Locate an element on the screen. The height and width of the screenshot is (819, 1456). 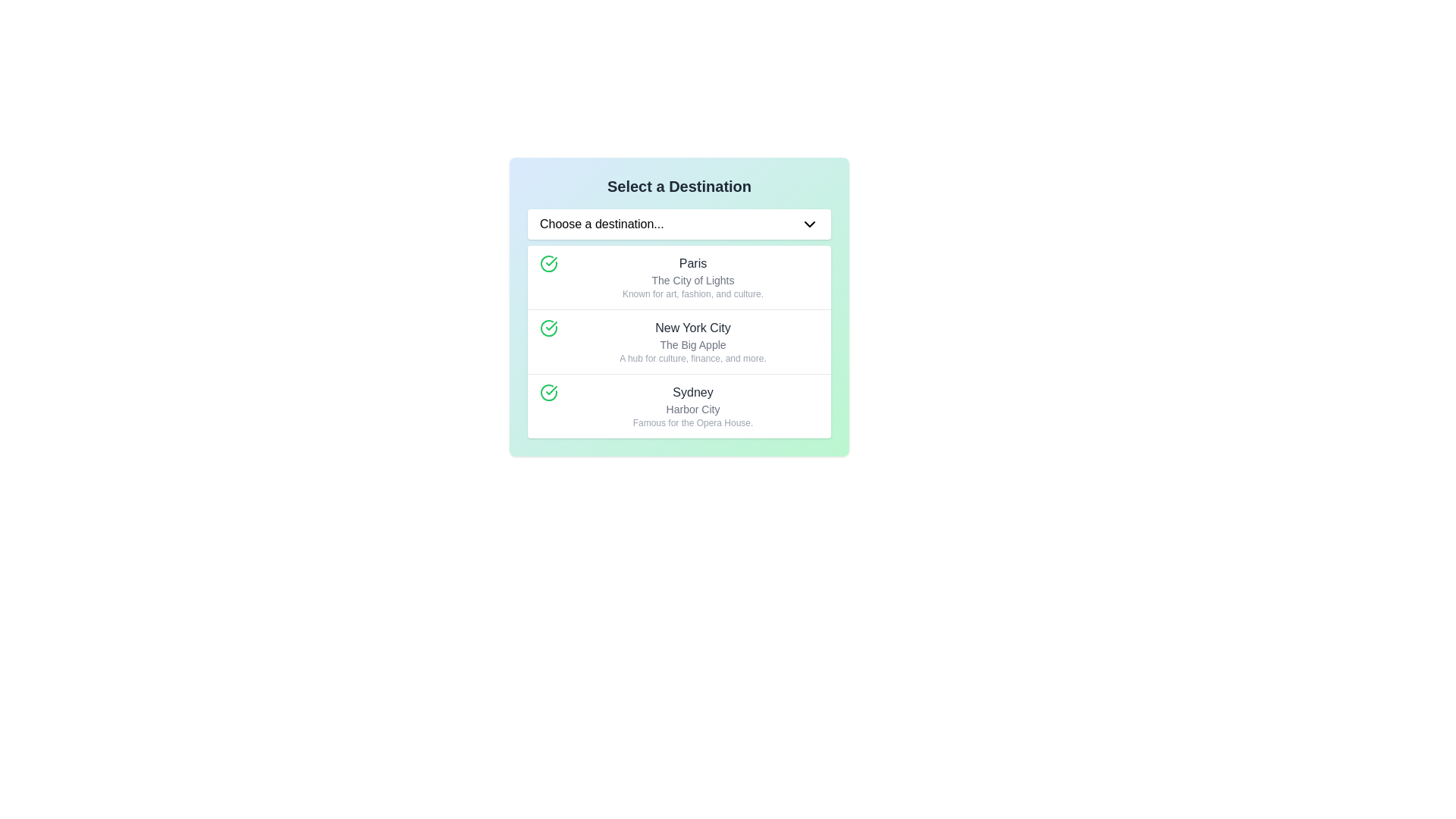
text label displaying 'Harbor City' which is positioned beneath the label 'Sydney' in the third option of the destinations list is located at coordinates (692, 409).